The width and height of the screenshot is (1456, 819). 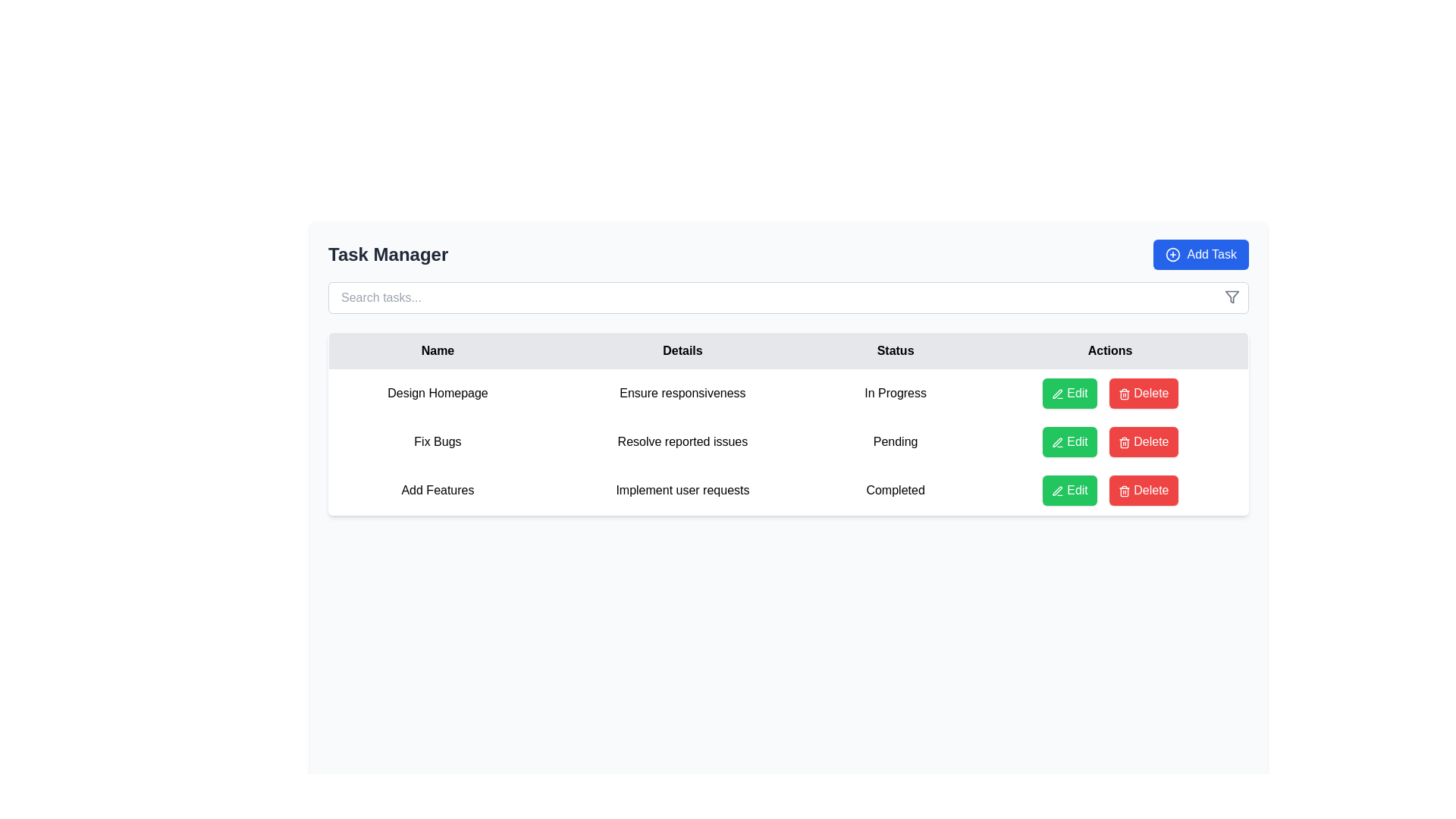 I want to click on the 'Name' text element, which is the first column heading in a row under the 'Task Manager' title, visually represented with black text on a light gray background, so click(x=437, y=350).